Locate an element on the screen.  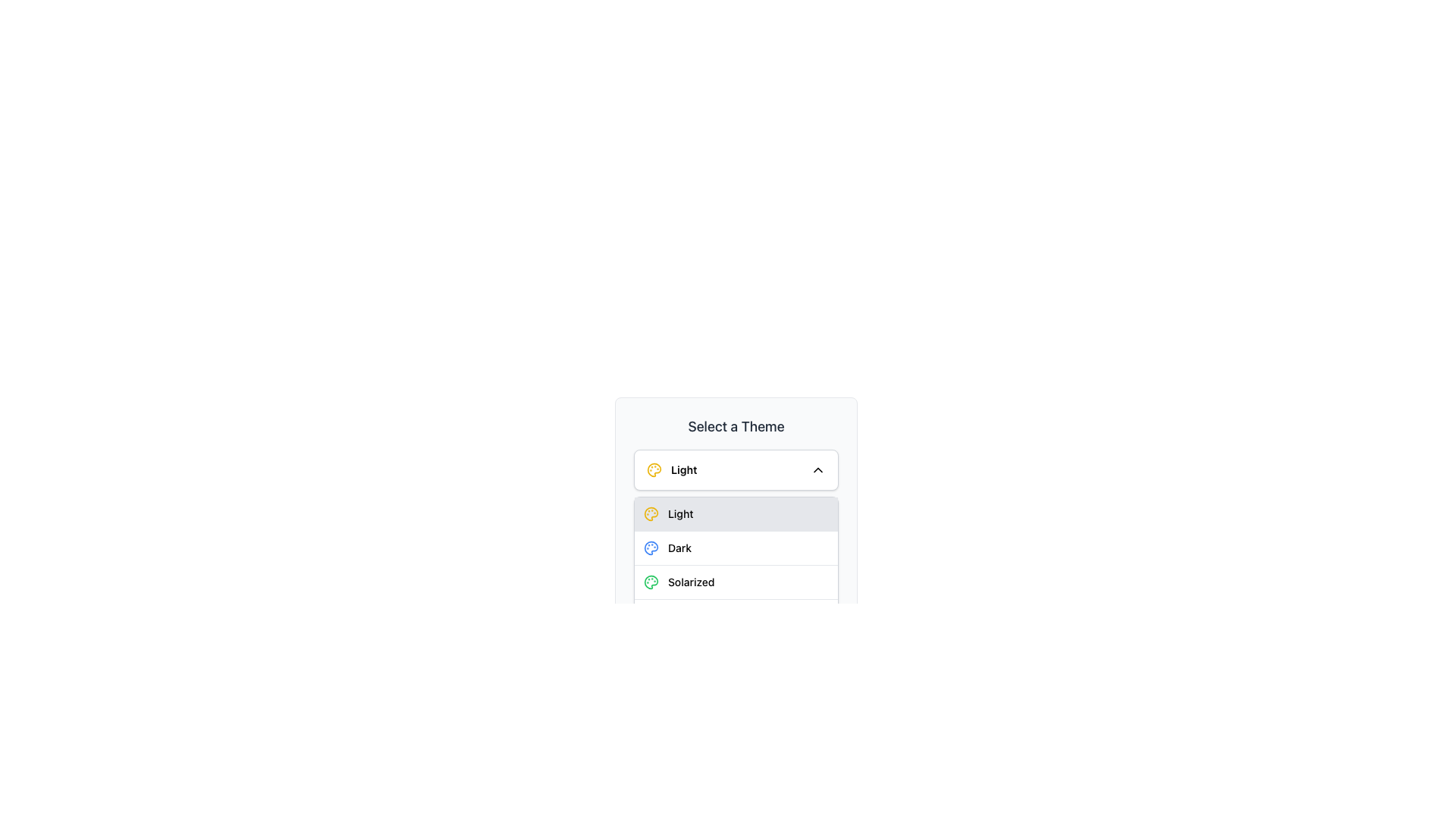
the Dropdown Button labeled 'Light' which is directly below the heading 'Select a Theme' for keyboard interaction is located at coordinates (736, 469).